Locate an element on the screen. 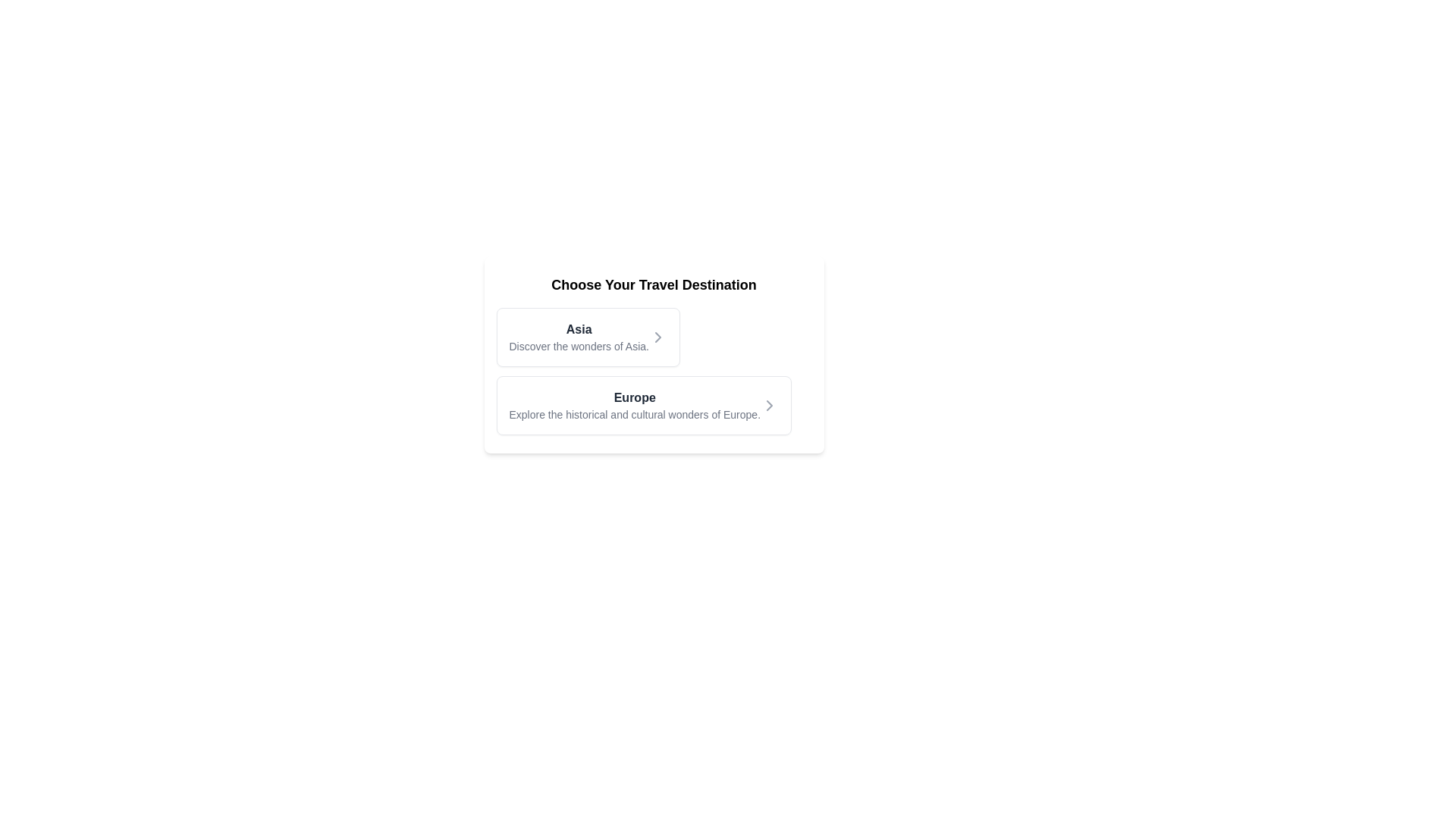 Image resolution: width=1456 pixels, height=819 pixels. the right-pointing chevron icon located on the right side of the 'Europe' option to proceed is located at coordinates (770, 405).